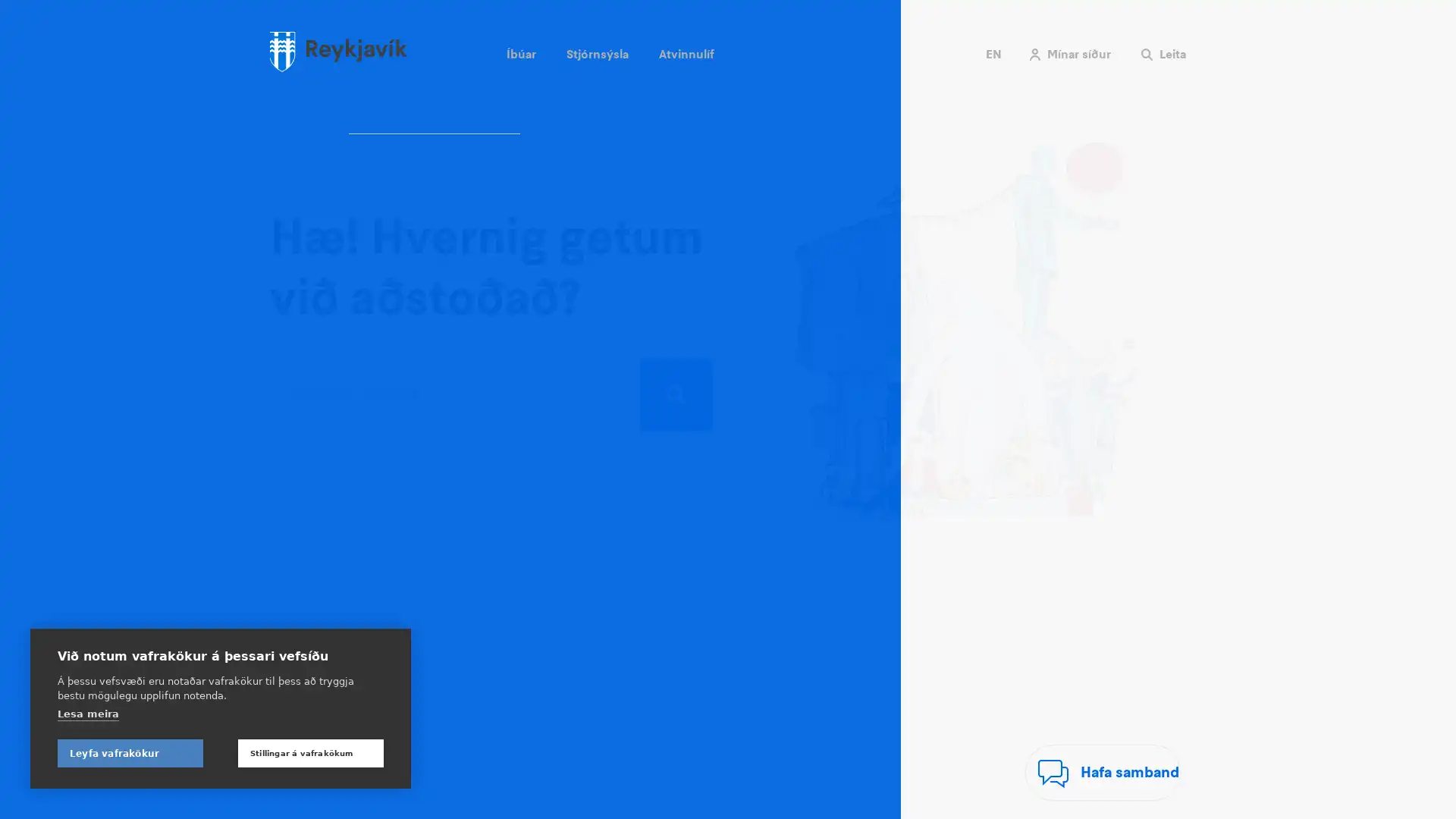 The image size is (1456, 819). What do you see at coordinates (521, 51) in the screenshot?
I see `Ibuar` at bounding box center [521, 51].